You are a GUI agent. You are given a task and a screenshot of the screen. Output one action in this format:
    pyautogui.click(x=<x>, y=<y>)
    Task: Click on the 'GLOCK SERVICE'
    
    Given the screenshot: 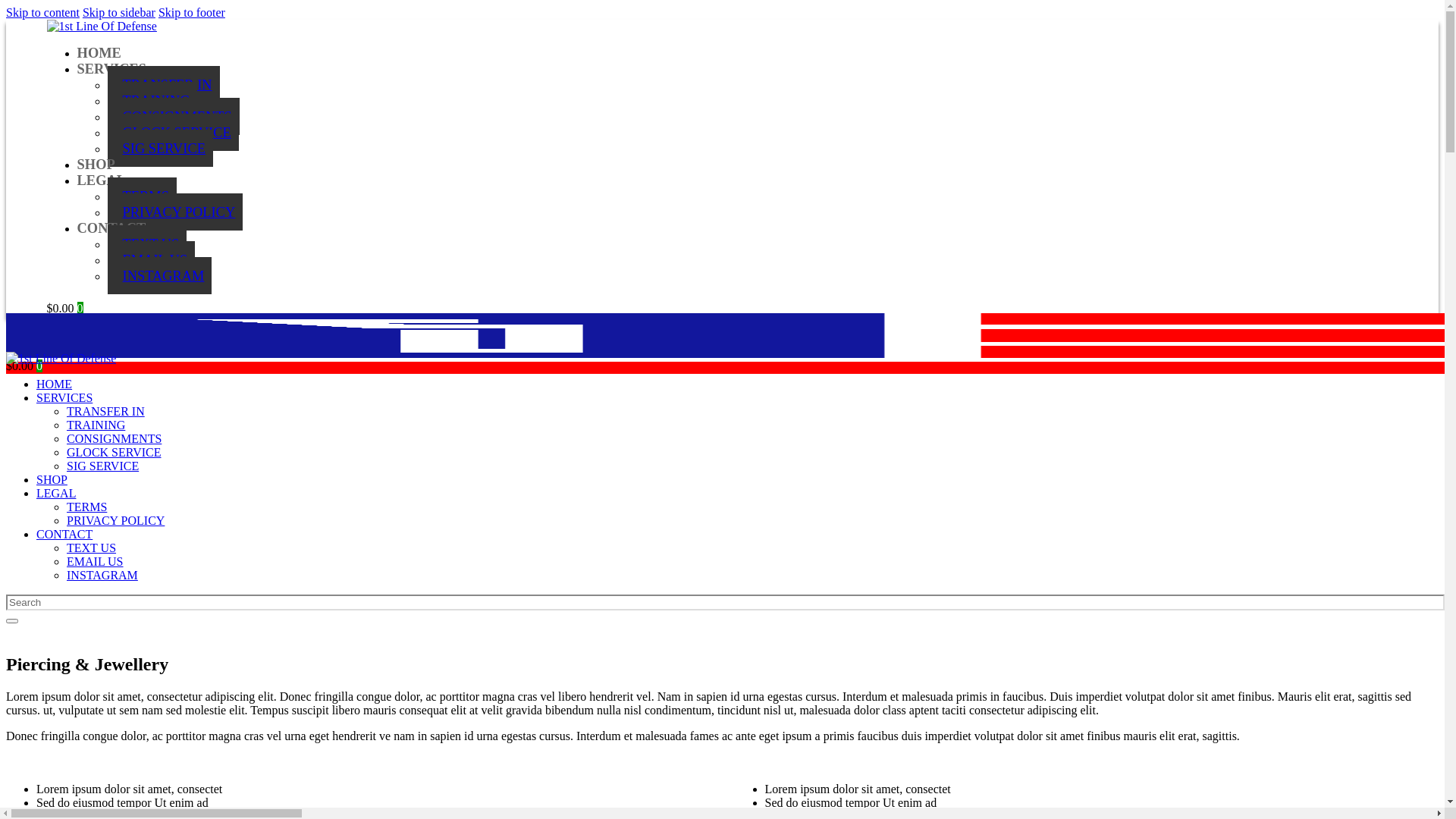 What is the action you would take?
    pyautogui.click(x=113, y=451)
    